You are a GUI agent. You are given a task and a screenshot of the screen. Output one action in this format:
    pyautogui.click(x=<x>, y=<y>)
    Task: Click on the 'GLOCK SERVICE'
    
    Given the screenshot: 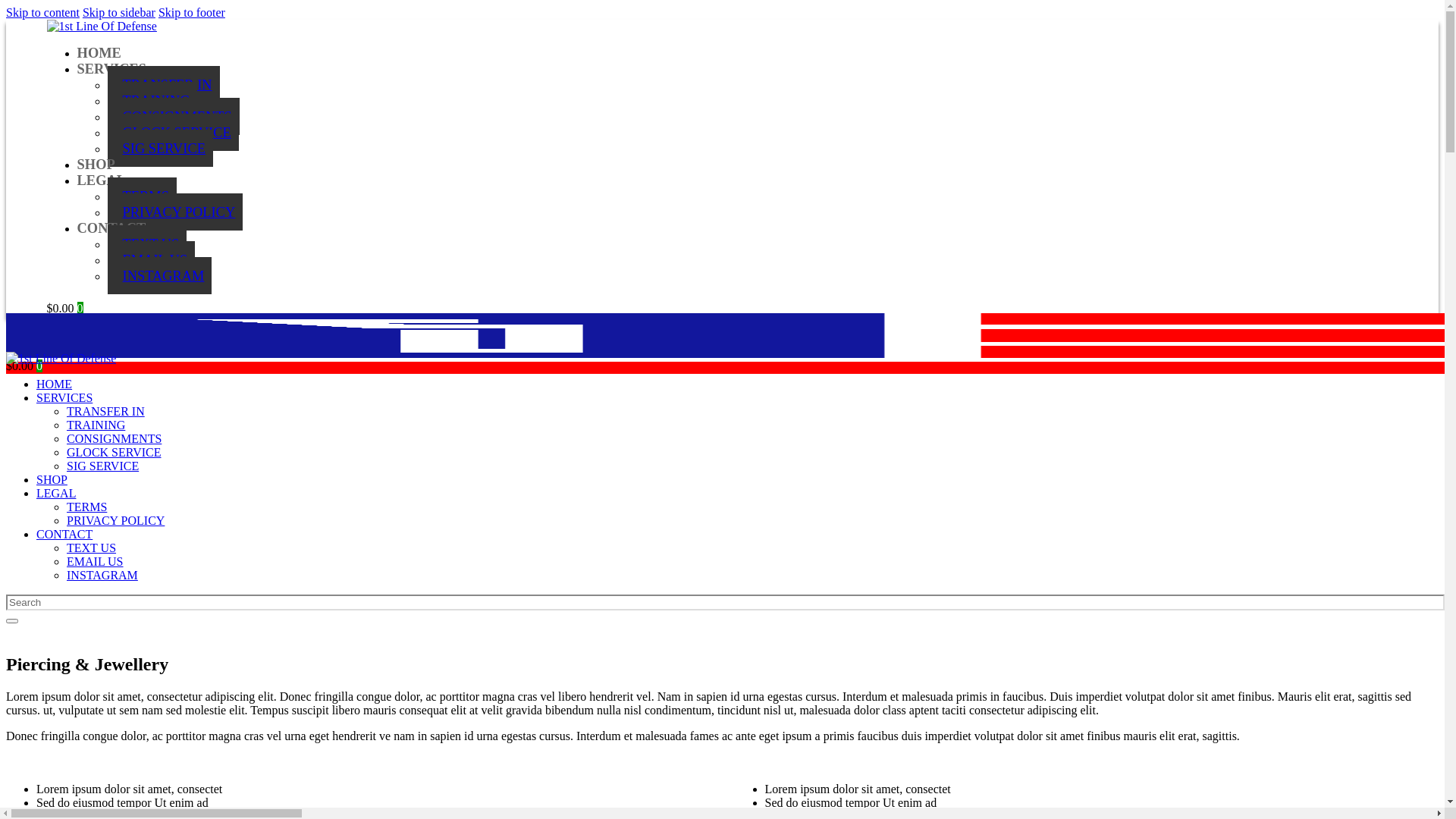 What is the action you would take?
    pyautogui.click(x=113, y=451)
    